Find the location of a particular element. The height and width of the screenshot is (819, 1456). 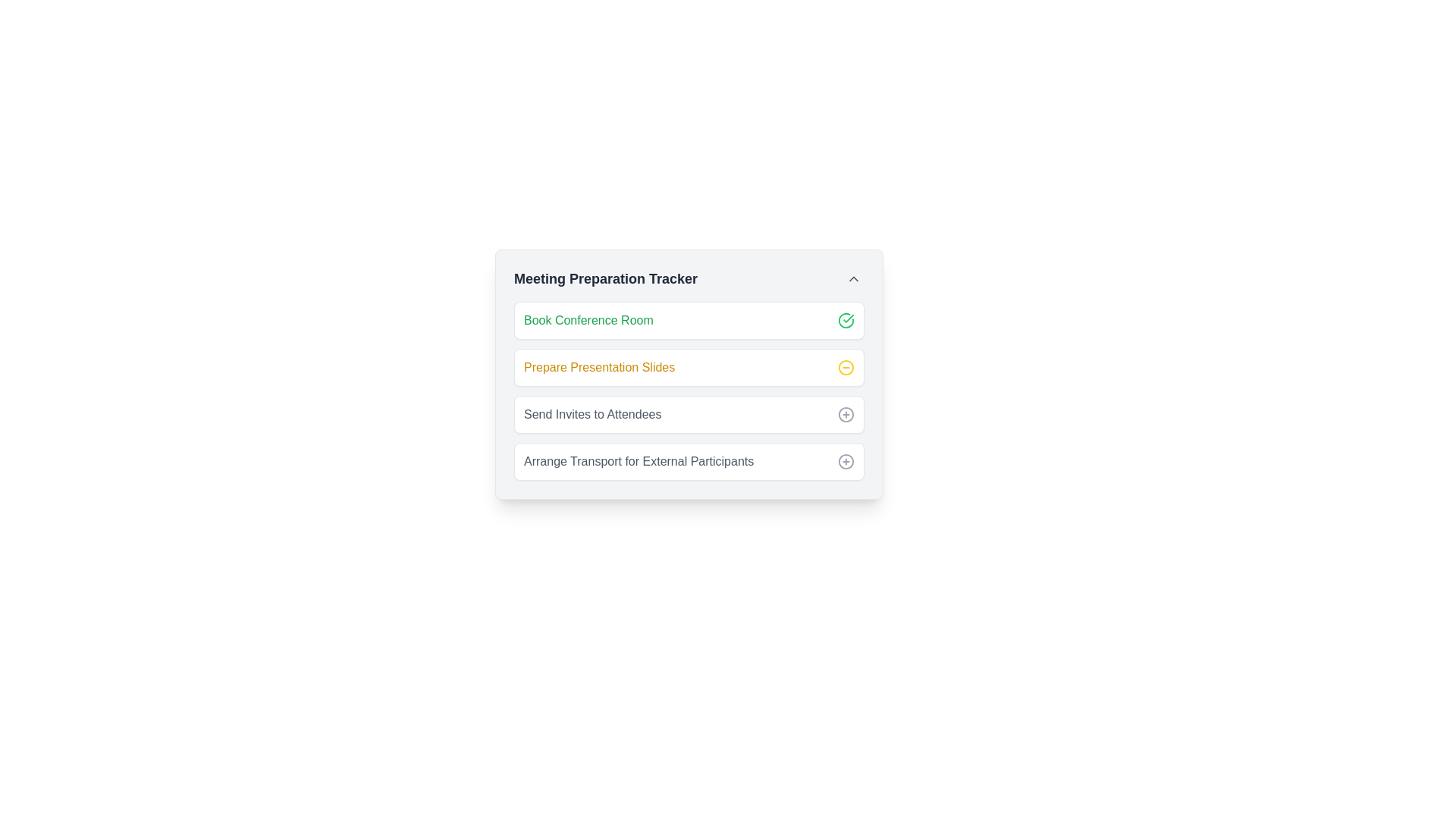

the button on the right side of the 'Send Invites to Attendees' list item, located within the 'Meeting Preparation Tracker' panel is located at coordinates (846, 415).